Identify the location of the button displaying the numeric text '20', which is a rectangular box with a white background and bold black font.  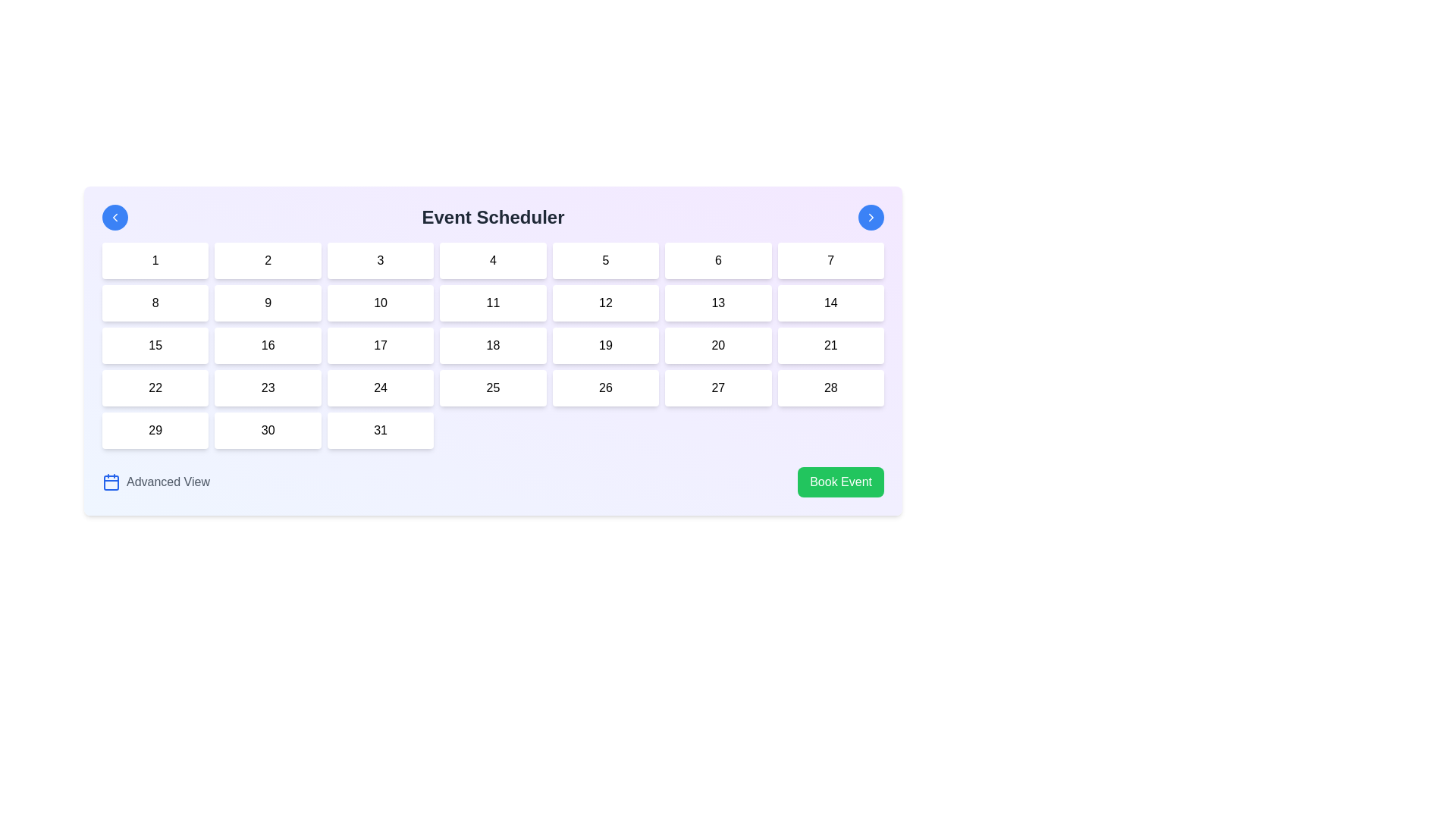
(717, 345).